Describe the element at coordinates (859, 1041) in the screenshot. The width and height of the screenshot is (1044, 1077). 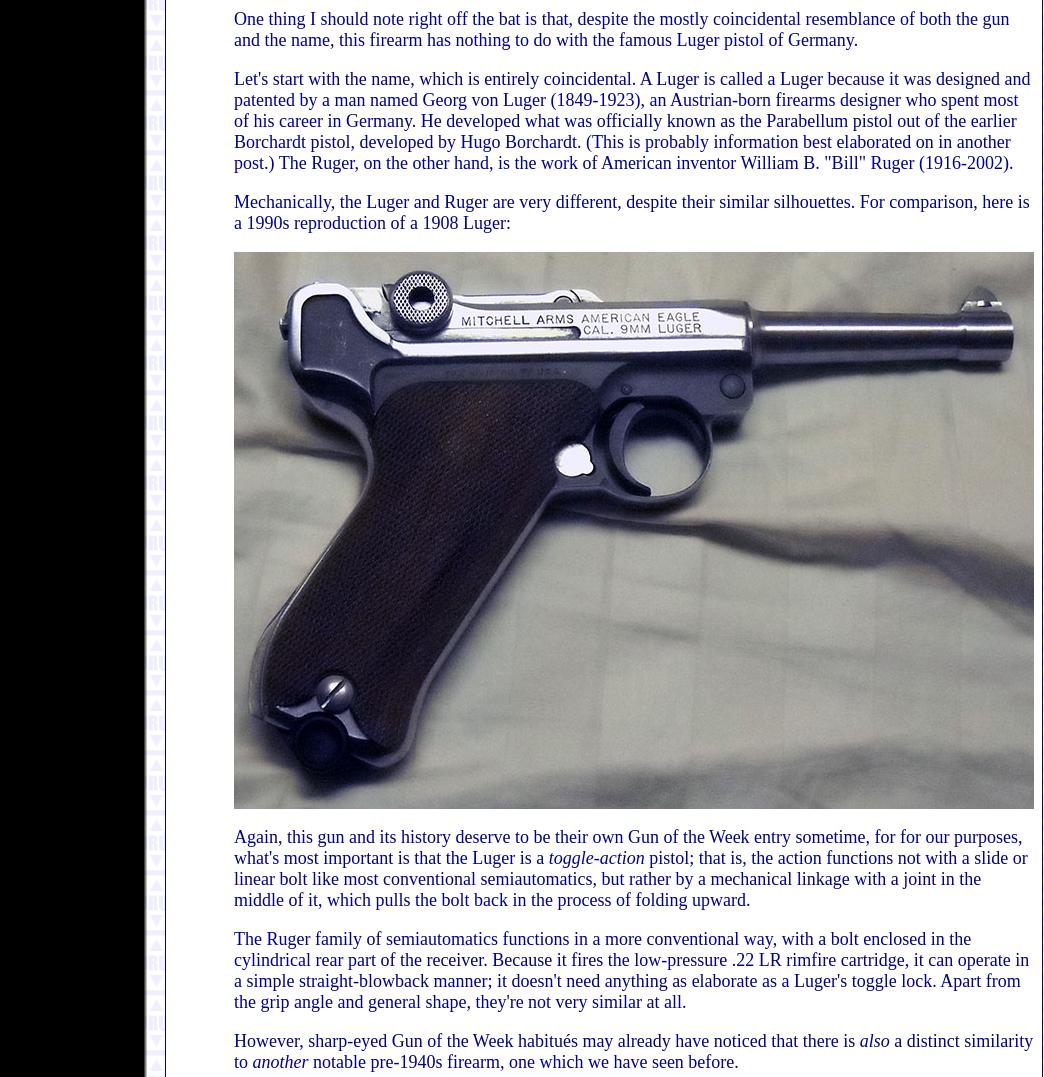
I see `'also'` at that location.